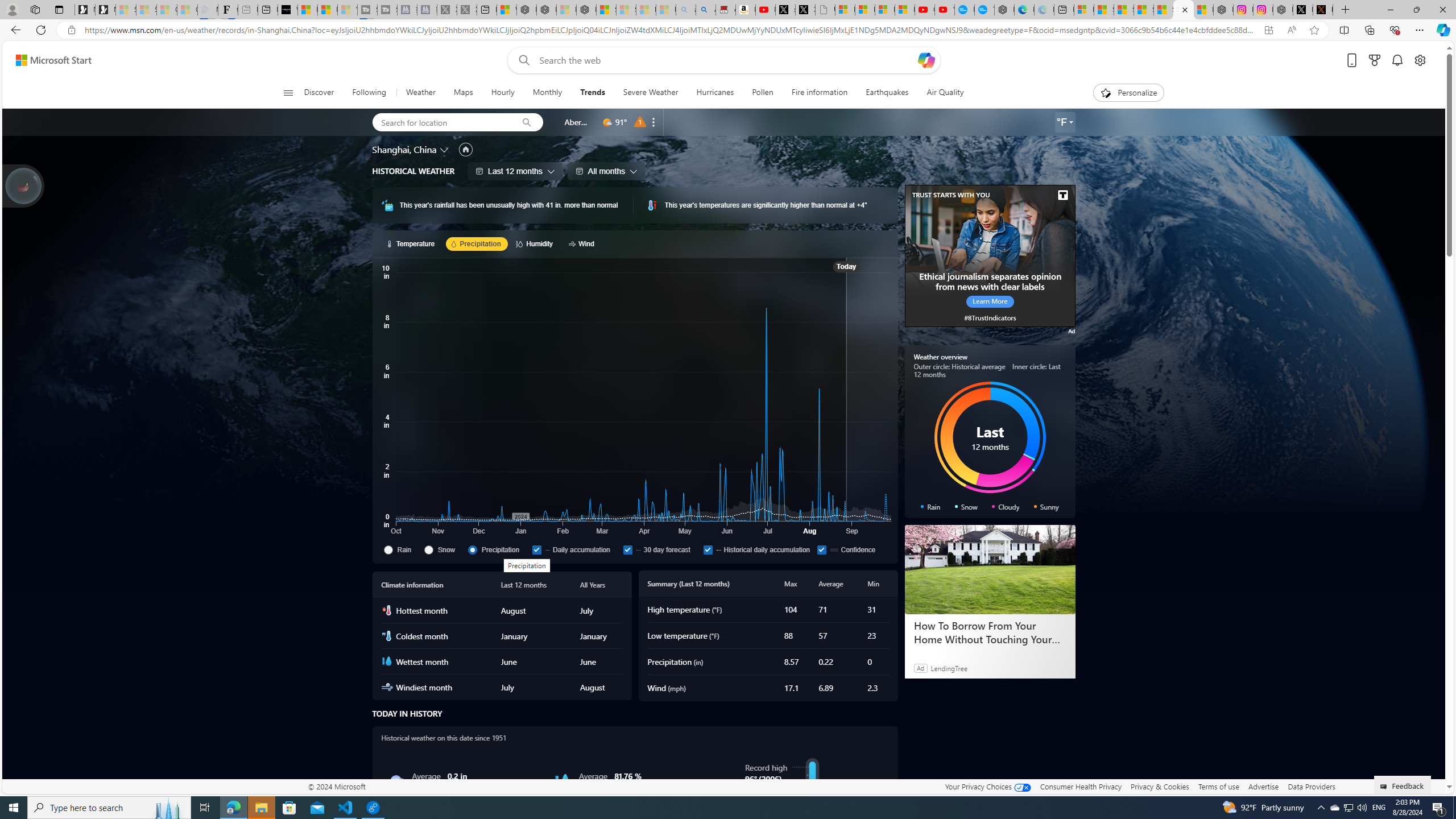 This screenshot has height=819, width=1456. Describe the element at coordinates (1218, 786) in the screenshot. I see `'Terms of use'` at that location.